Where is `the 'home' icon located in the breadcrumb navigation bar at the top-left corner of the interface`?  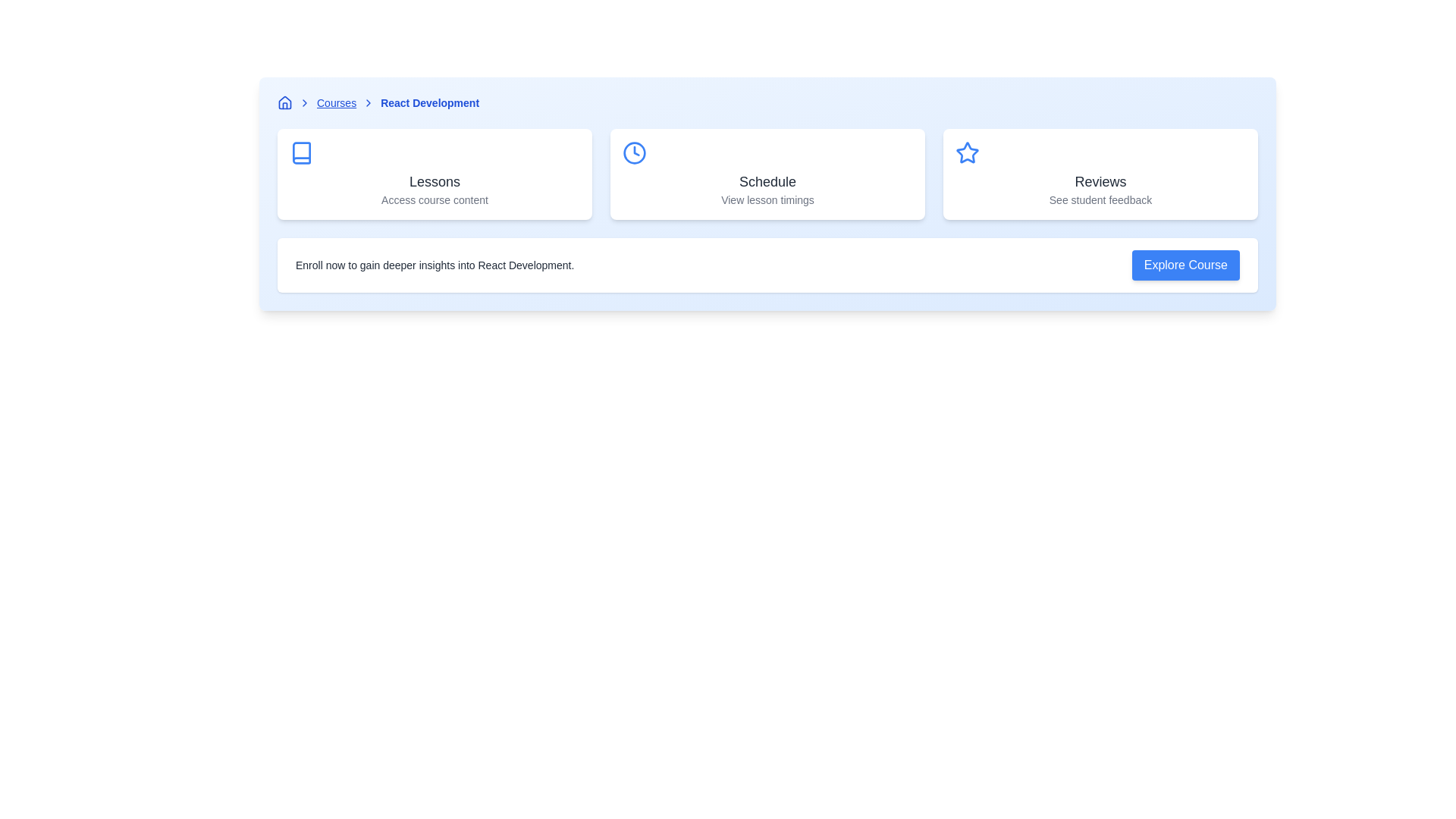 the 'home' icon located in the breadcrumb navigation bar at the top-left corner of the interface is located at coordinates (284, 102).